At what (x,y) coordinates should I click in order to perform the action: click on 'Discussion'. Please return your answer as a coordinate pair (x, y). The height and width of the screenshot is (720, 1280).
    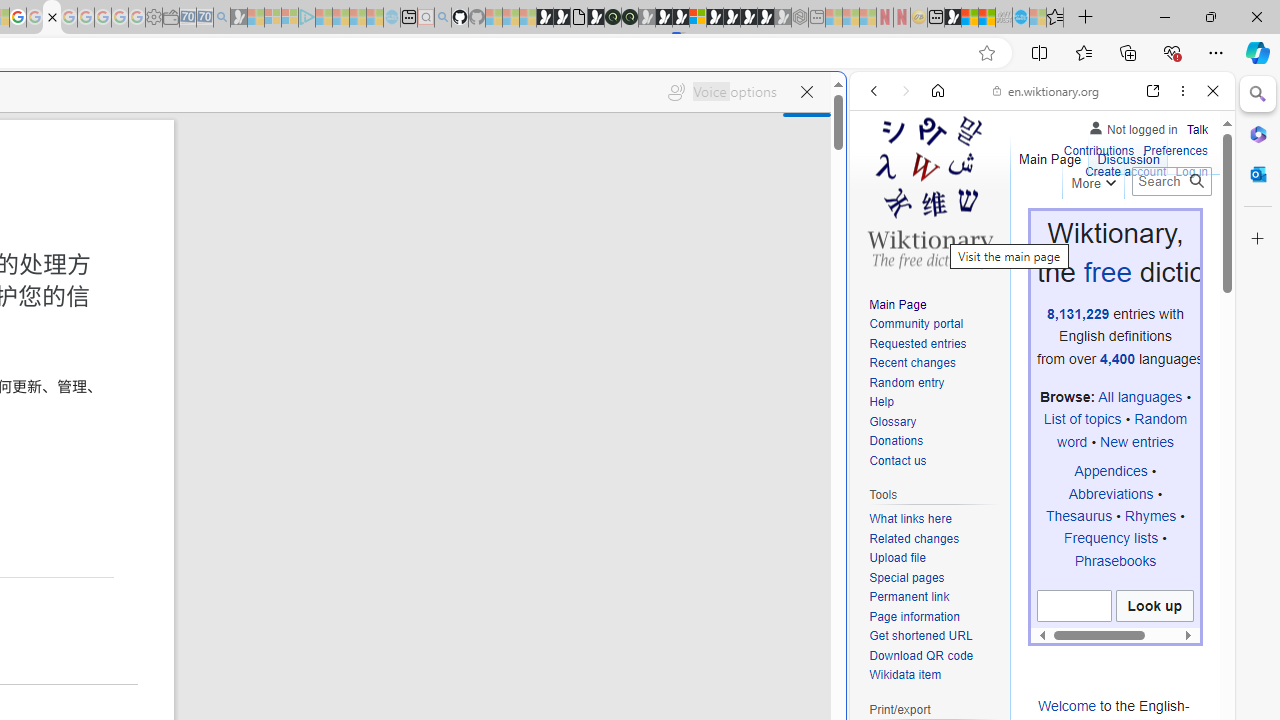
    Looking at the image, I should click on (1128, 154).